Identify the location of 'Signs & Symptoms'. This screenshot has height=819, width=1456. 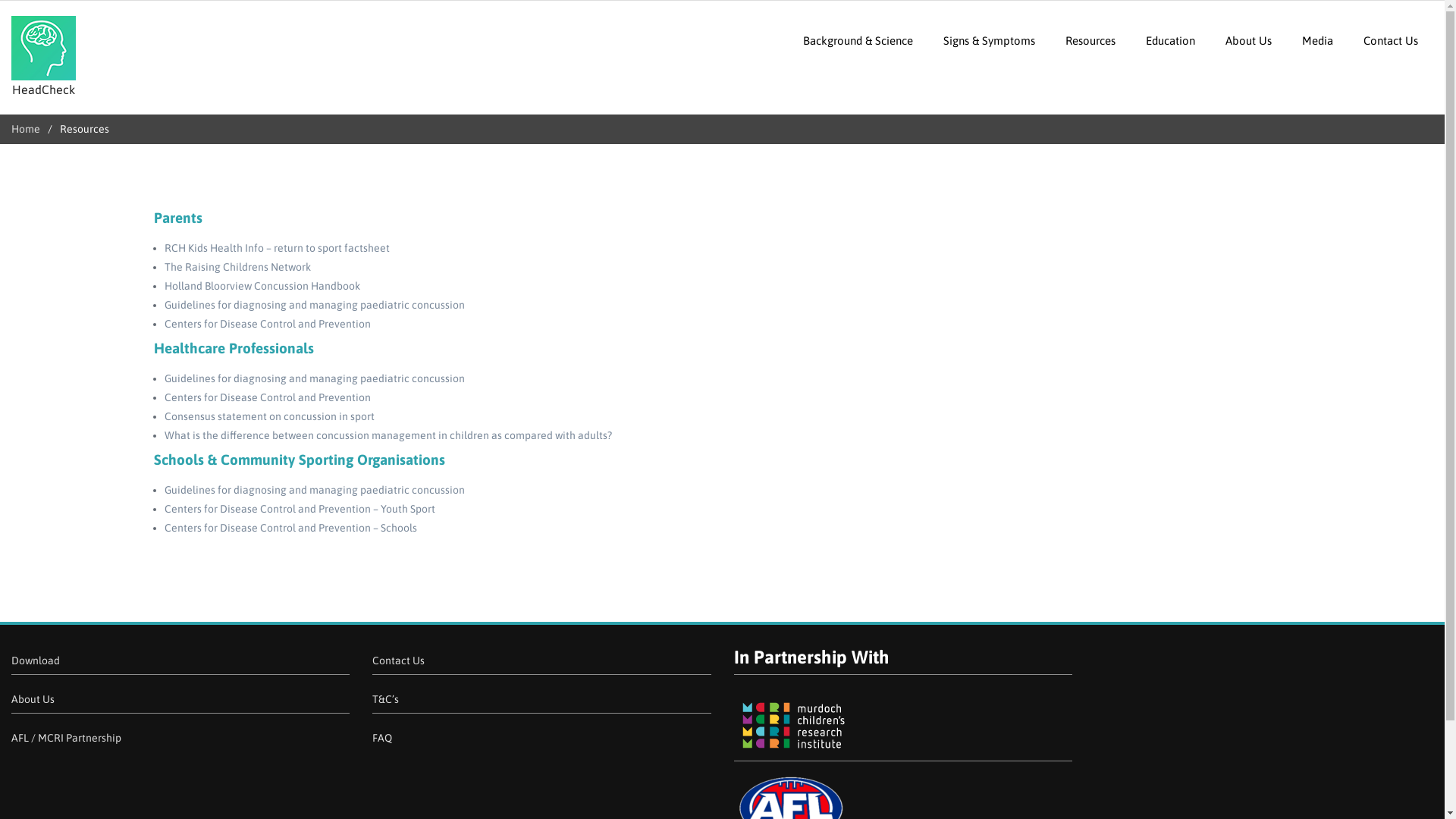
(989, 39).